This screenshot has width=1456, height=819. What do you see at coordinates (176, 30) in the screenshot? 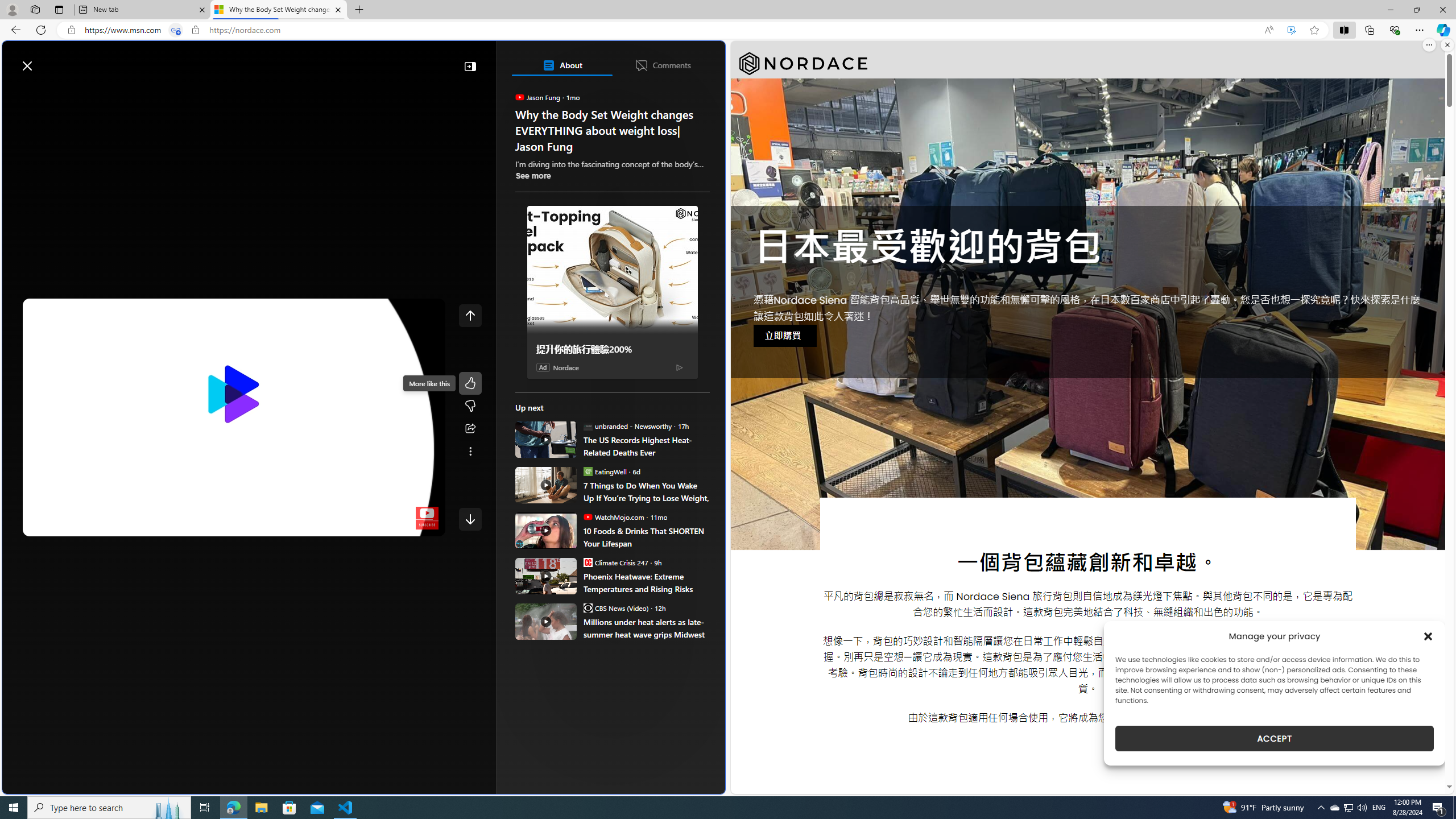
I see `'Tabs in split screen'` at bounding box center [176, 30].